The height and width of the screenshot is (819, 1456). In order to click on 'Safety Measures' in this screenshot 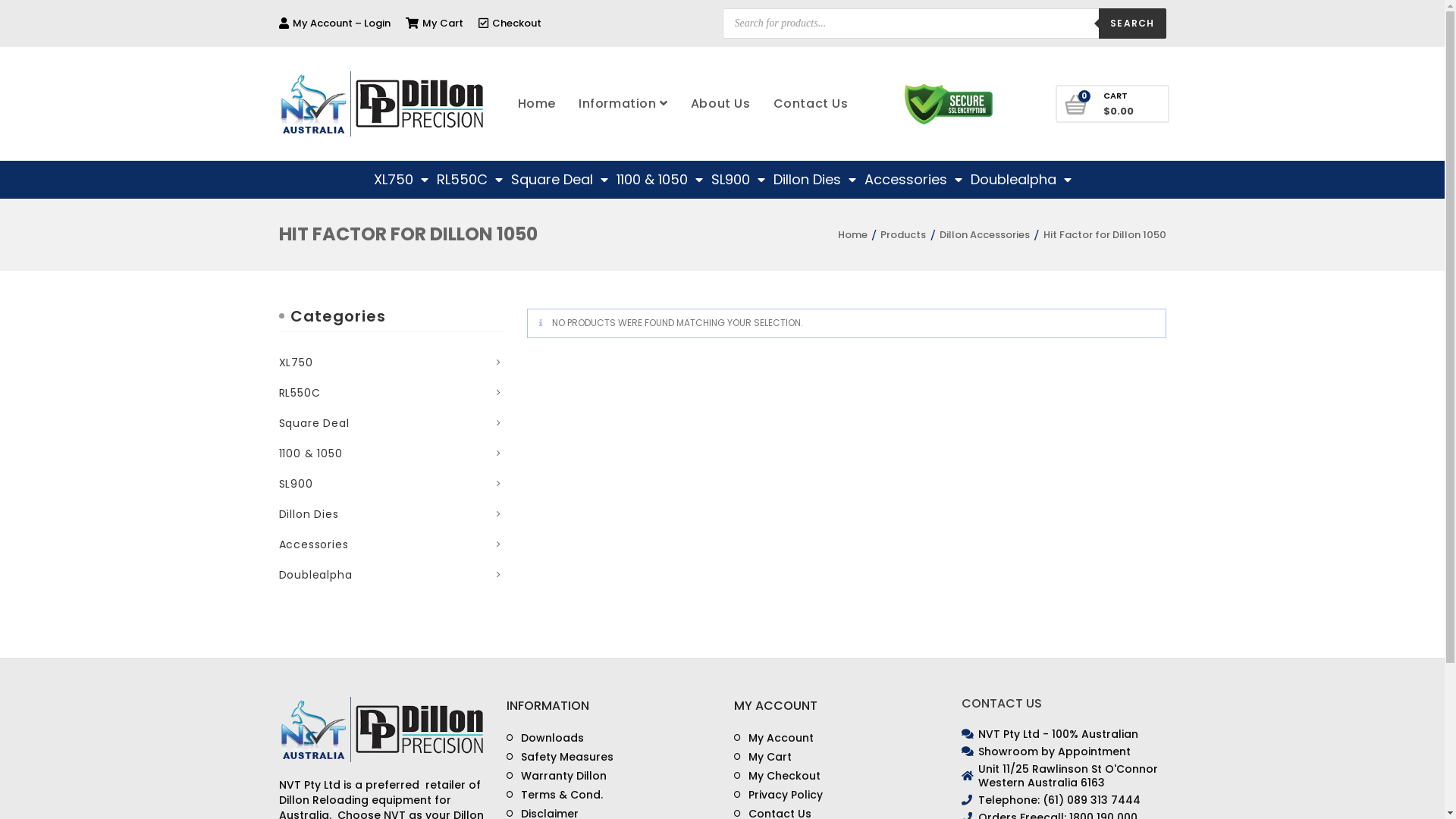, I will do `click(559, 757)`.